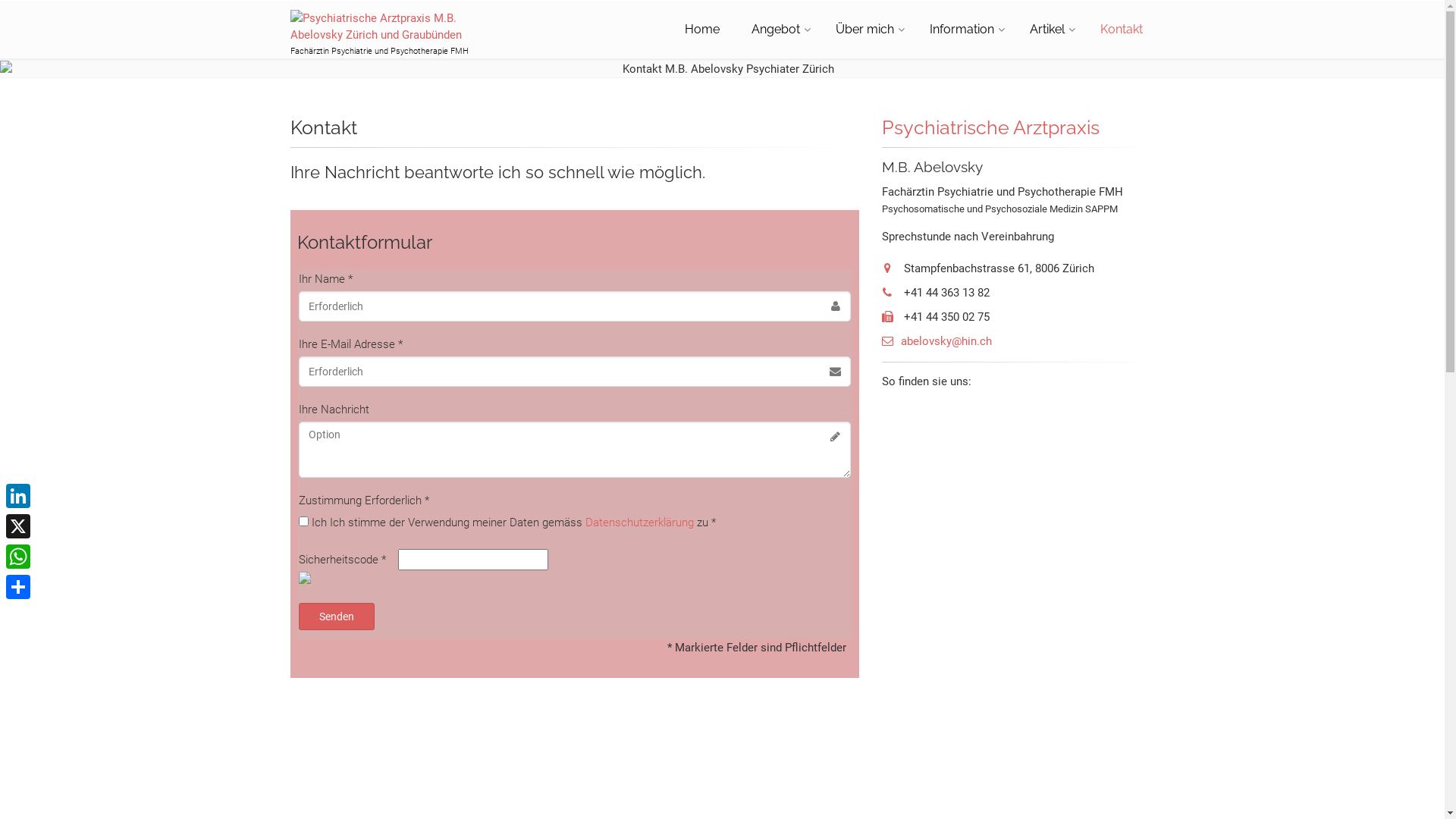  What do you see at coordinates (963, 29) in the screenshot?
I see `'Information'` at bounding box center [963, 29].